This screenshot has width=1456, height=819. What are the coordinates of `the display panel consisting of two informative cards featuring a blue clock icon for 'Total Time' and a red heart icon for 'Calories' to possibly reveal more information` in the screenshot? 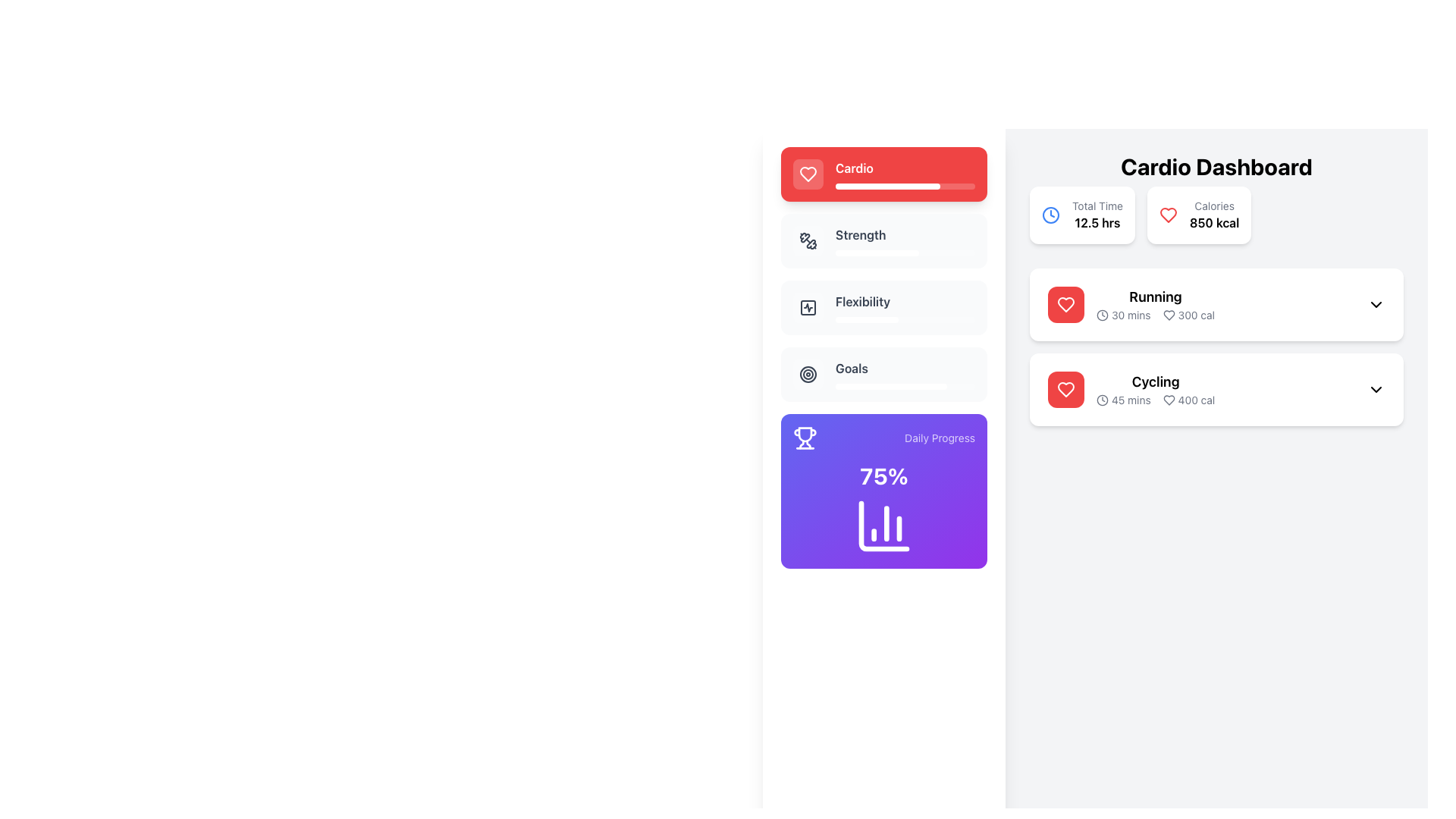 It's located at (1216, 198).